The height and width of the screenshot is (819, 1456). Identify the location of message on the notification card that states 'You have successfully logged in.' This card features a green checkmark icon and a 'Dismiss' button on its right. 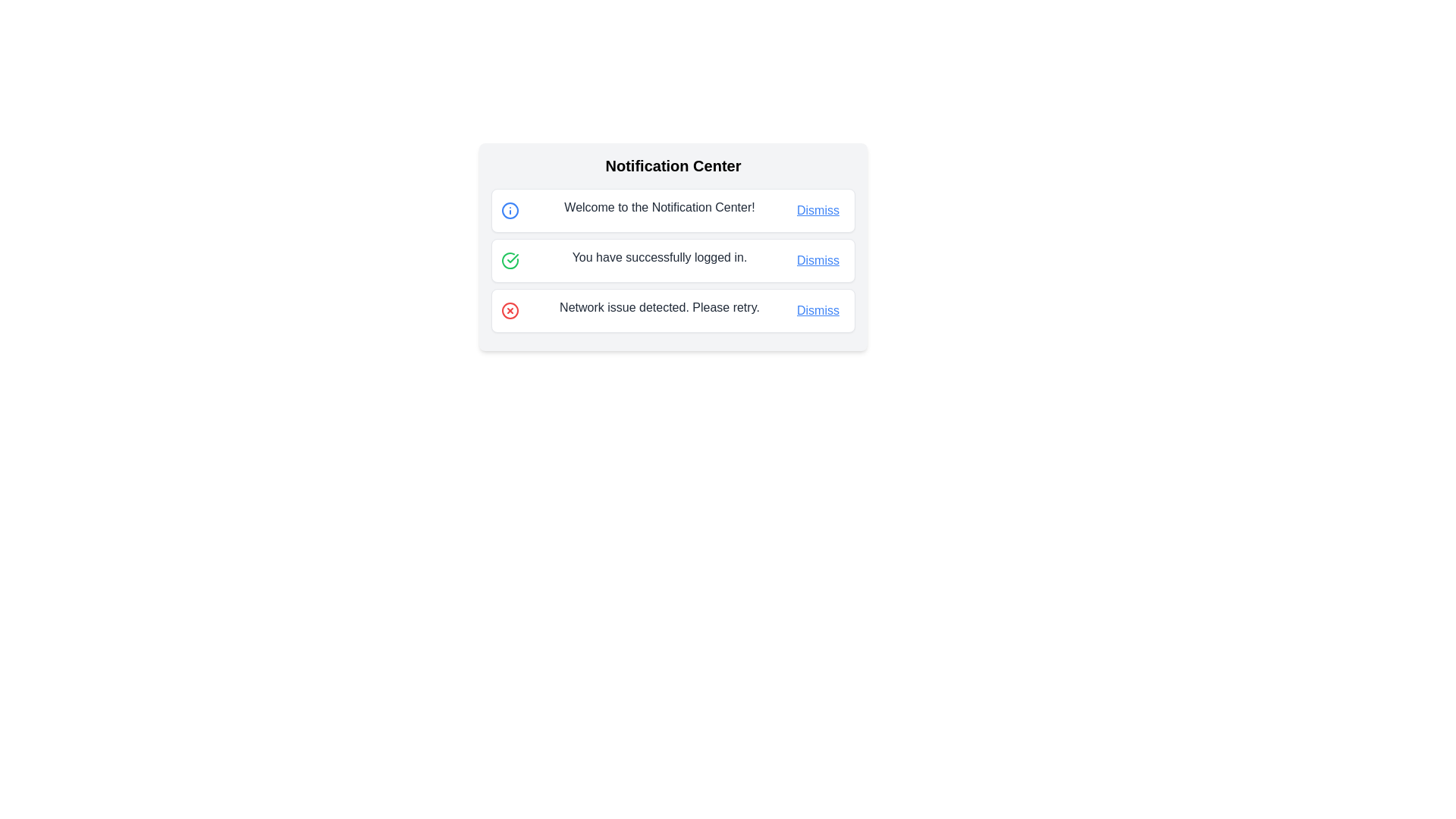
(673, 259).